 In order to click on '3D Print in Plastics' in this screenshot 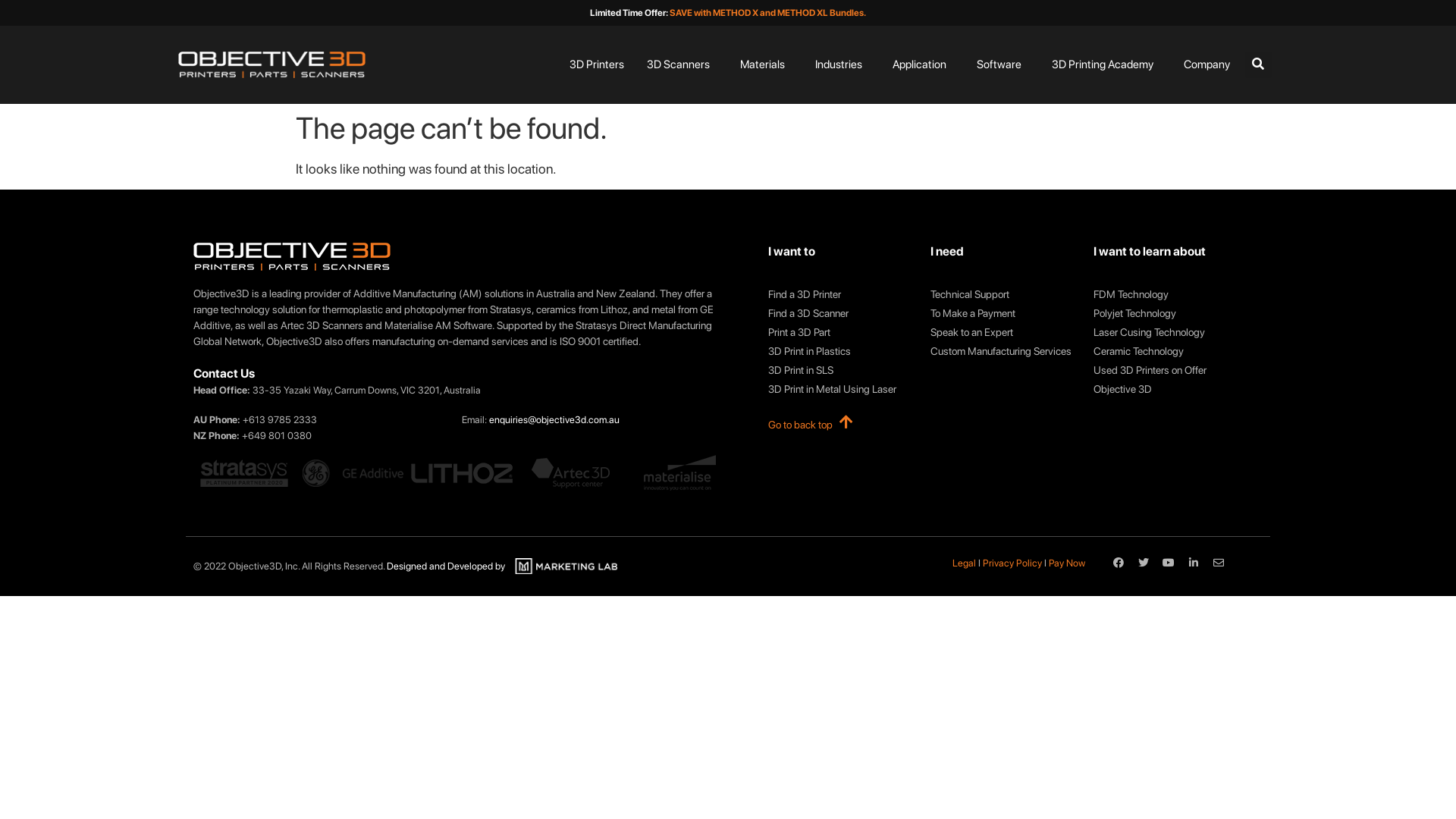, I will do `click(841, 351)`.